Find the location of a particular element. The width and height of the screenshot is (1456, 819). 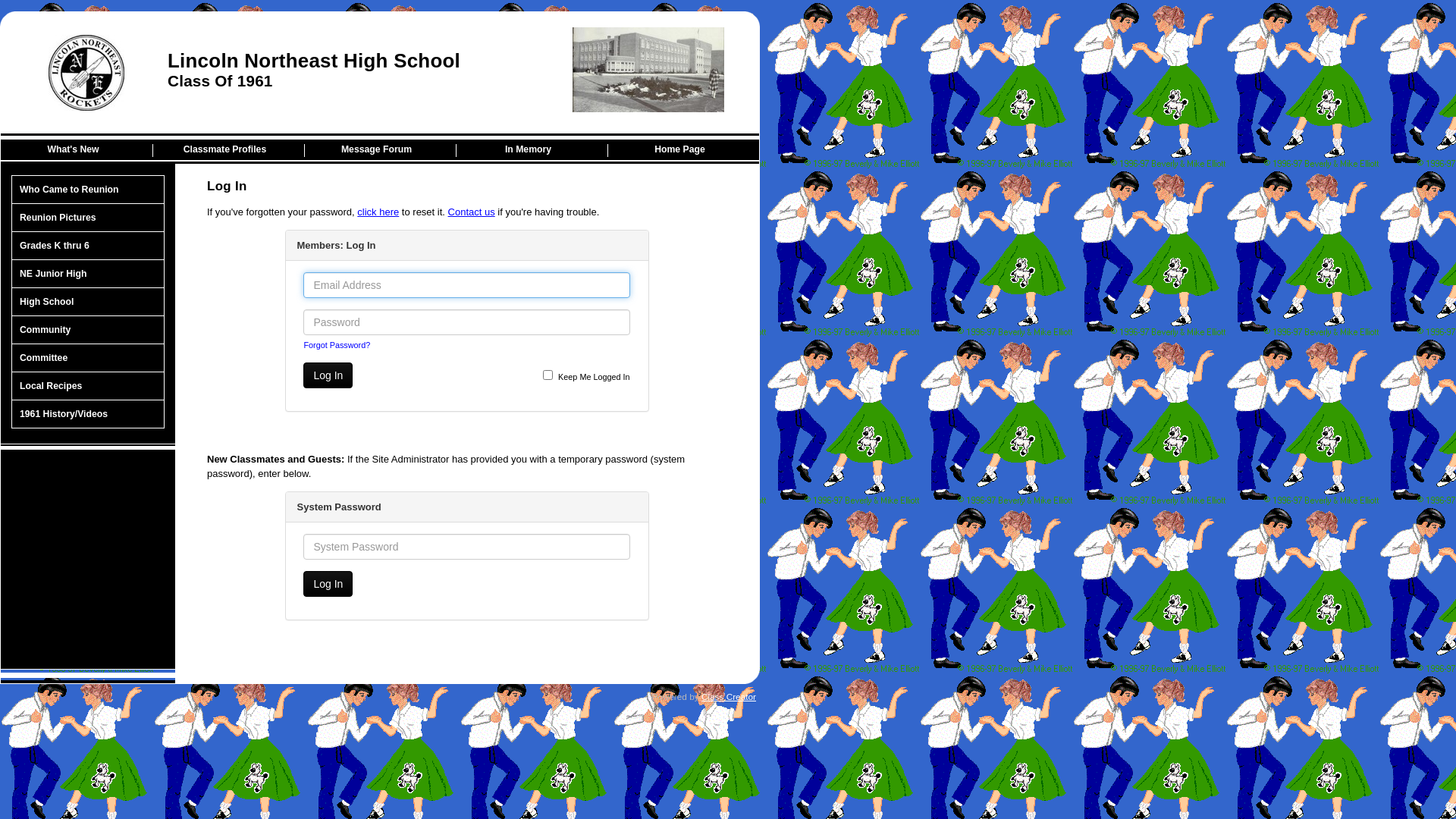

'Committee' is located at coordinates (86, 358).